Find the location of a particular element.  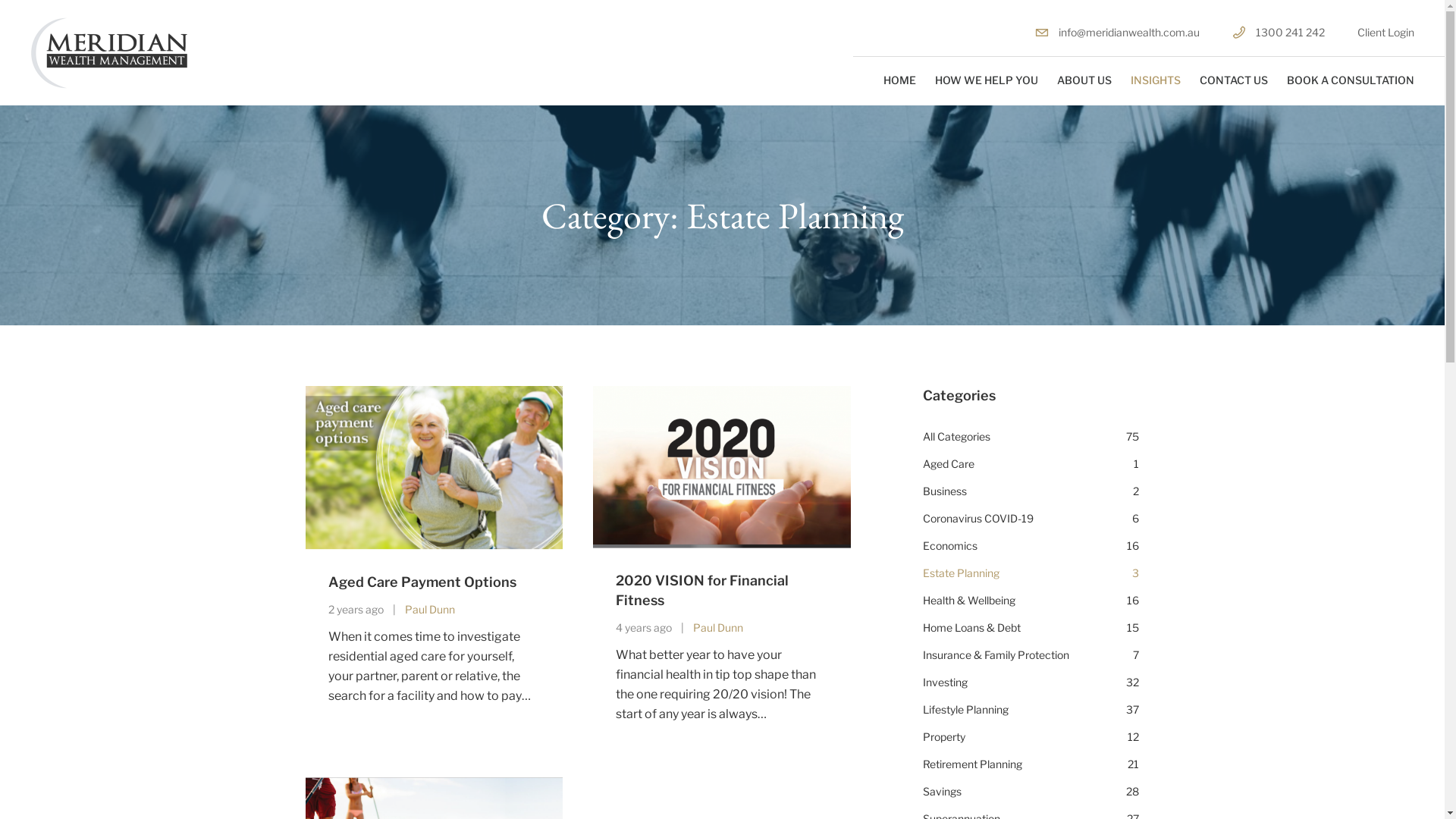

'Investing is located at coordinates (1031, 681).